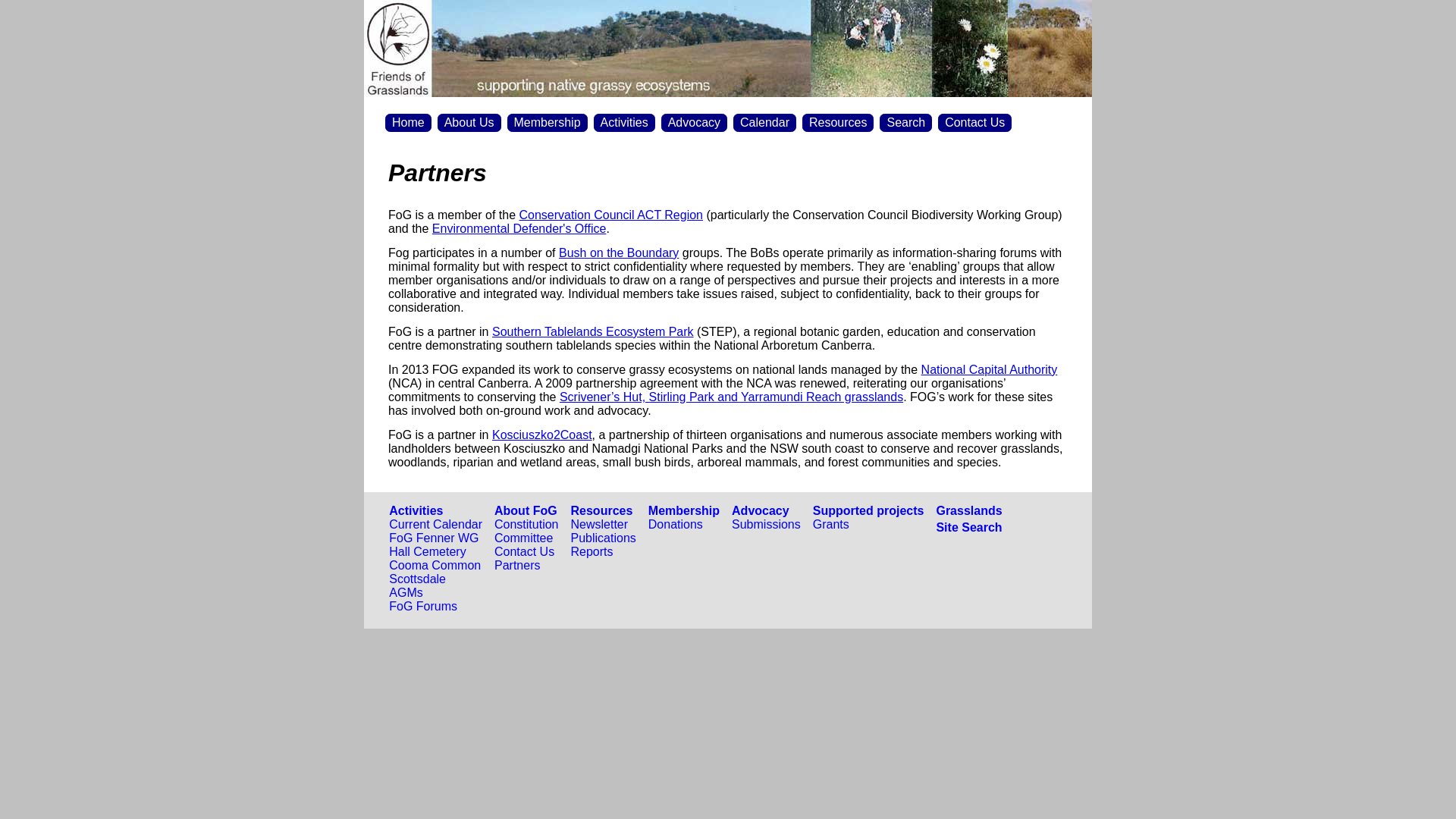  Describe the element at coordinates (389, 537) in the screenshot. I see `'FoG Fenner WG'` at that location.